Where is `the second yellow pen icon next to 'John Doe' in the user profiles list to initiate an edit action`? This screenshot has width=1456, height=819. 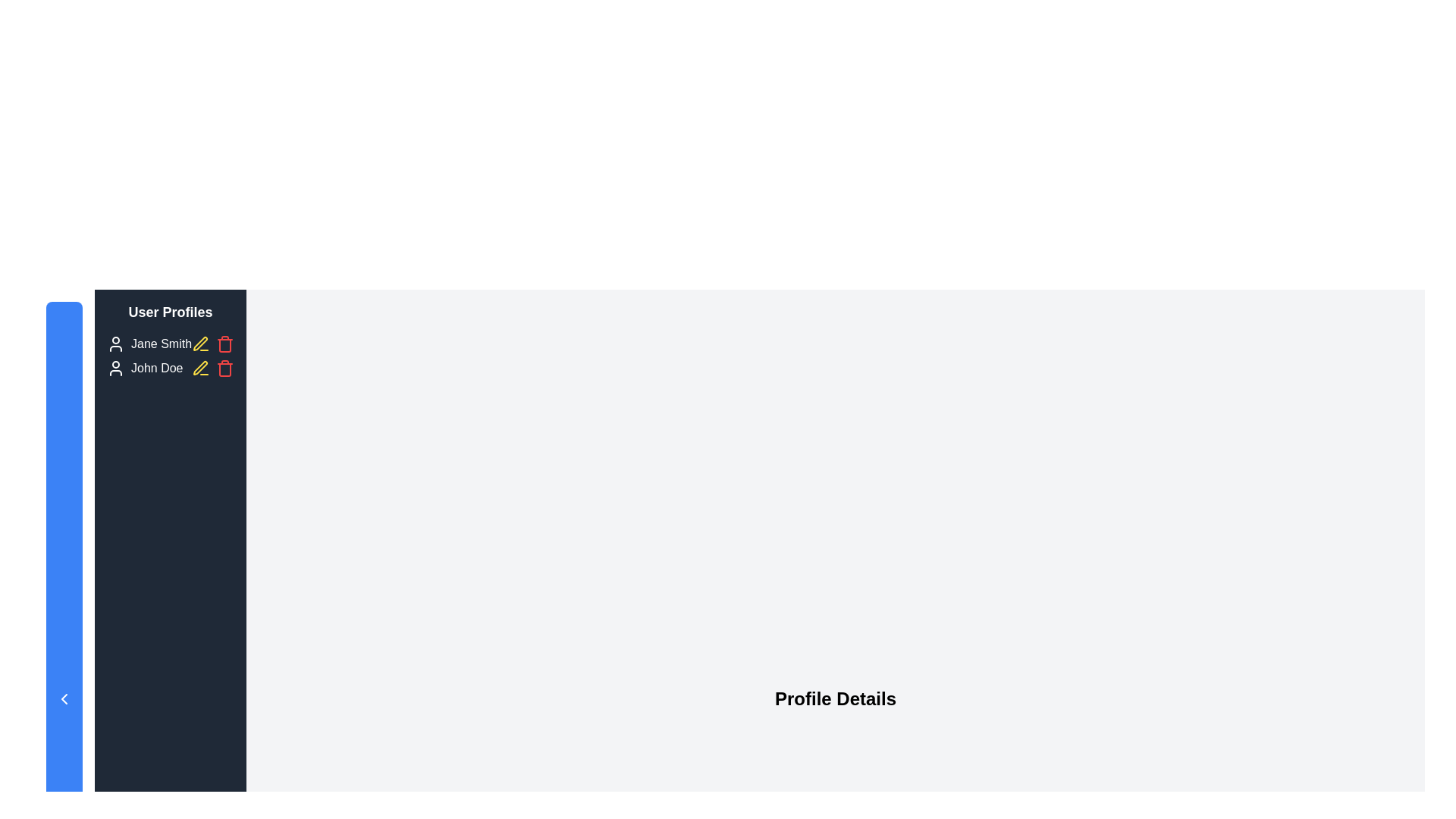 the second yellow pen icon next to 'John Doe' in the user profiles list to initiate an edit action is located at coordinates (199, 368).